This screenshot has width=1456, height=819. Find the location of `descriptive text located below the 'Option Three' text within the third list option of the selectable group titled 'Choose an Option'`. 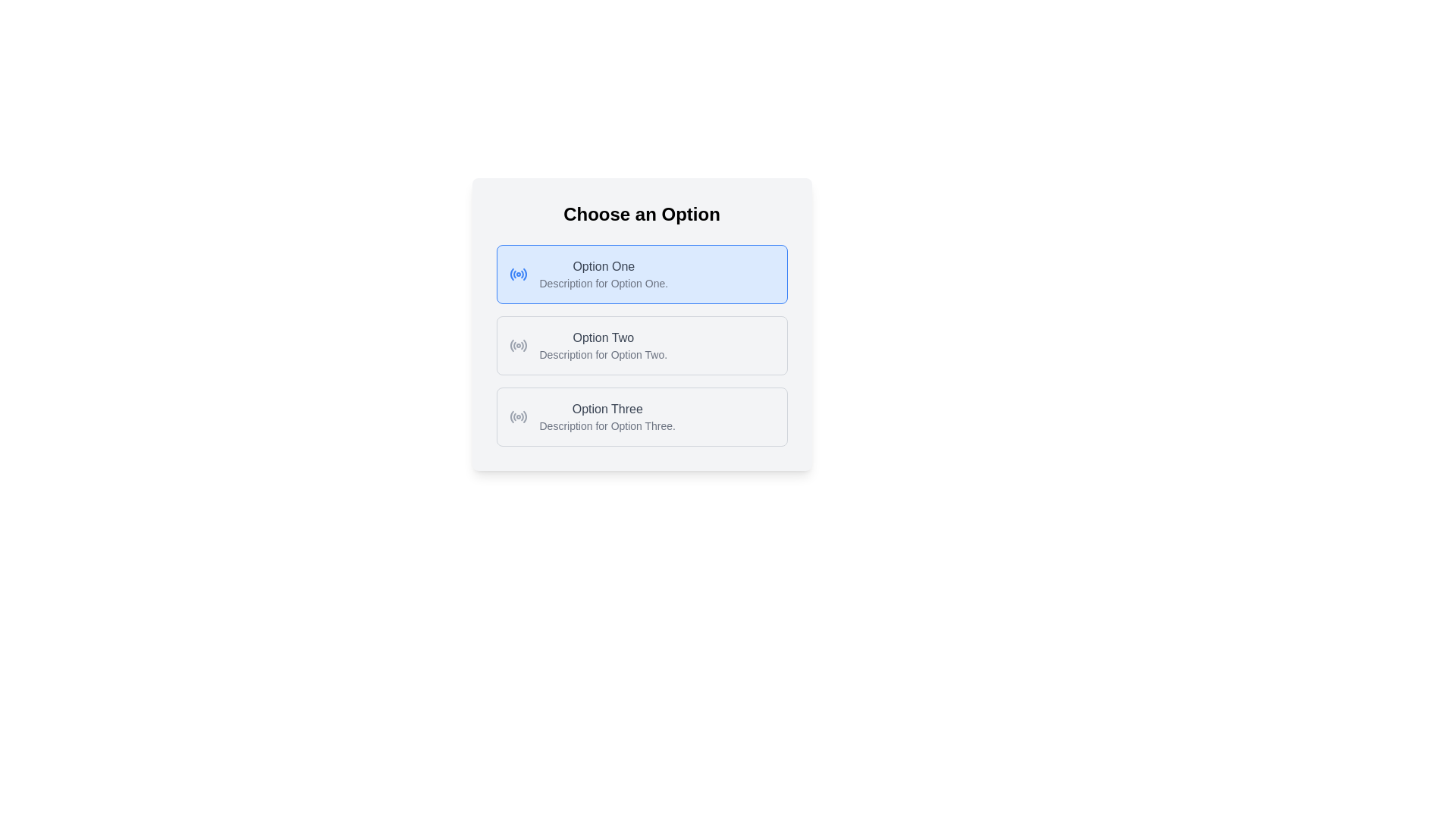

descriptive text located below the 'Option Three' text within the third list option of the selectable group titled 'Choose an Option' is located at coordinates (607, 426).